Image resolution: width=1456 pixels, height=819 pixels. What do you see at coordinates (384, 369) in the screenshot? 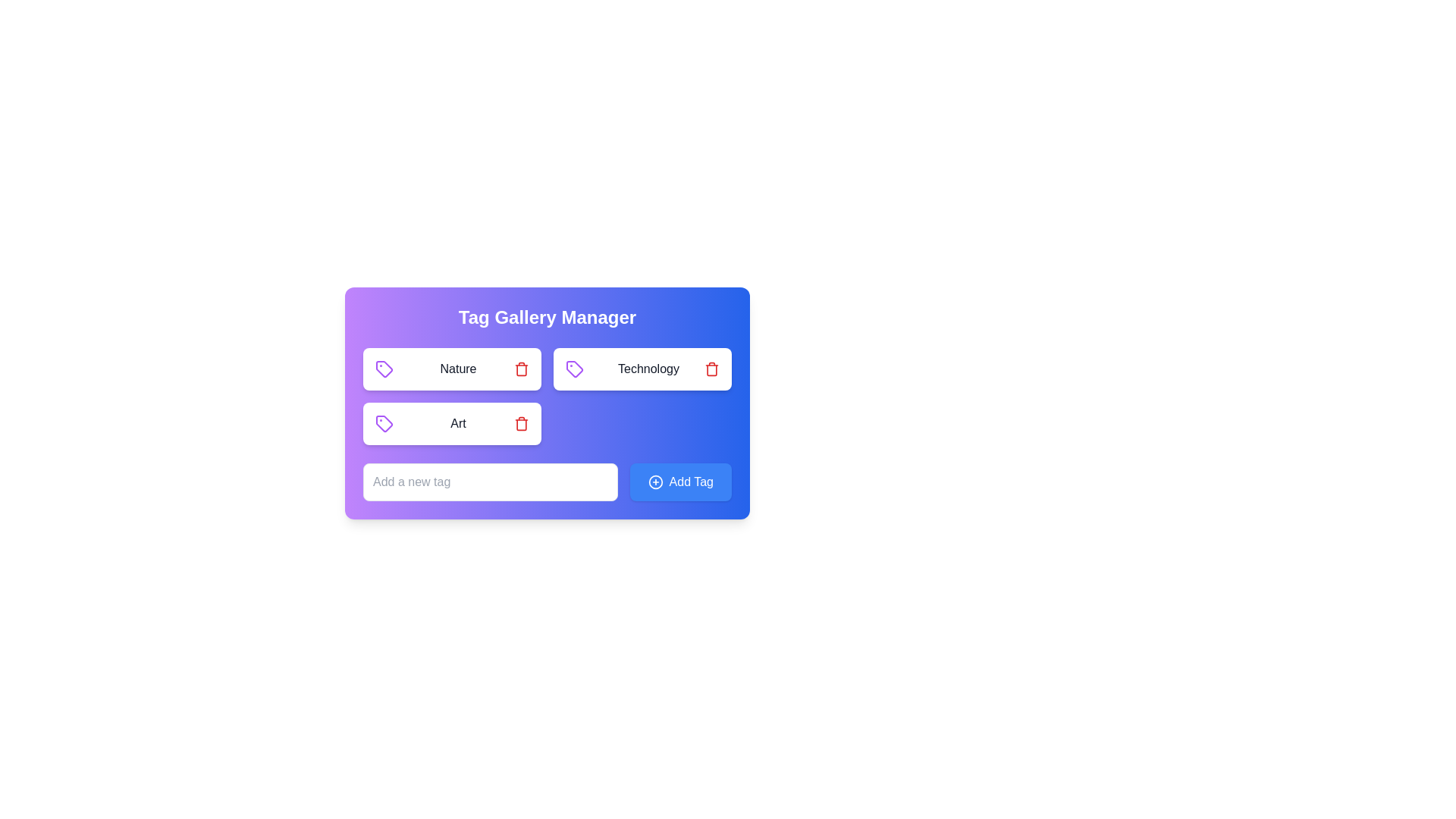
I see `the icon representing tagging or information related to the adjacent text, located below the 'Nature' tag icon and to the bottom-left of the 'Technology' element` at bounding box center [384, 369].